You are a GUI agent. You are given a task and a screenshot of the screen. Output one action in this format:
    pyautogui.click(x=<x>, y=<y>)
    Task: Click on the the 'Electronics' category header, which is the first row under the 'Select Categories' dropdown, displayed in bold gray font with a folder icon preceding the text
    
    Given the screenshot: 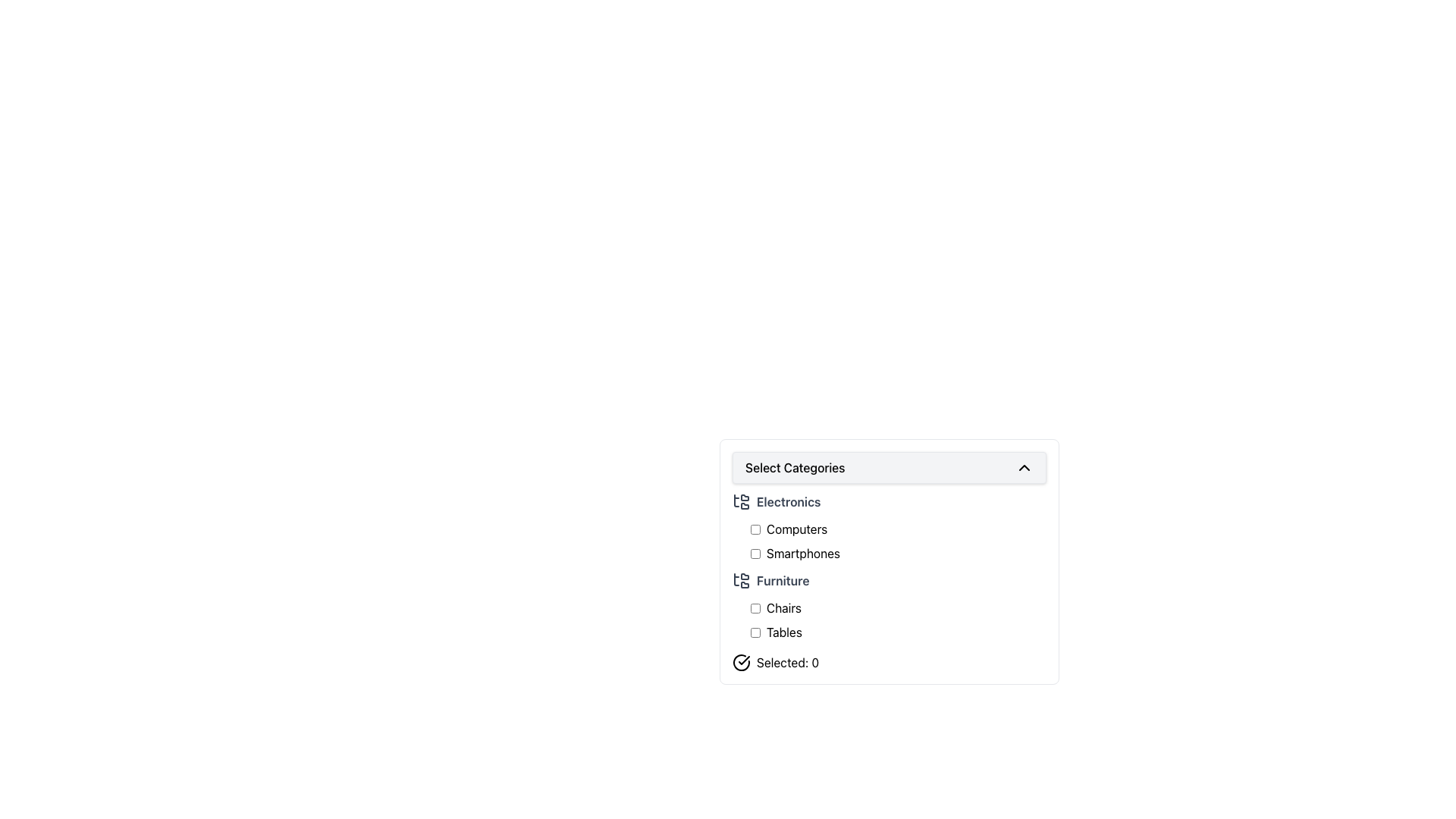 What is the action you would take?
    pyautogui.click(x=889, y=502)
    